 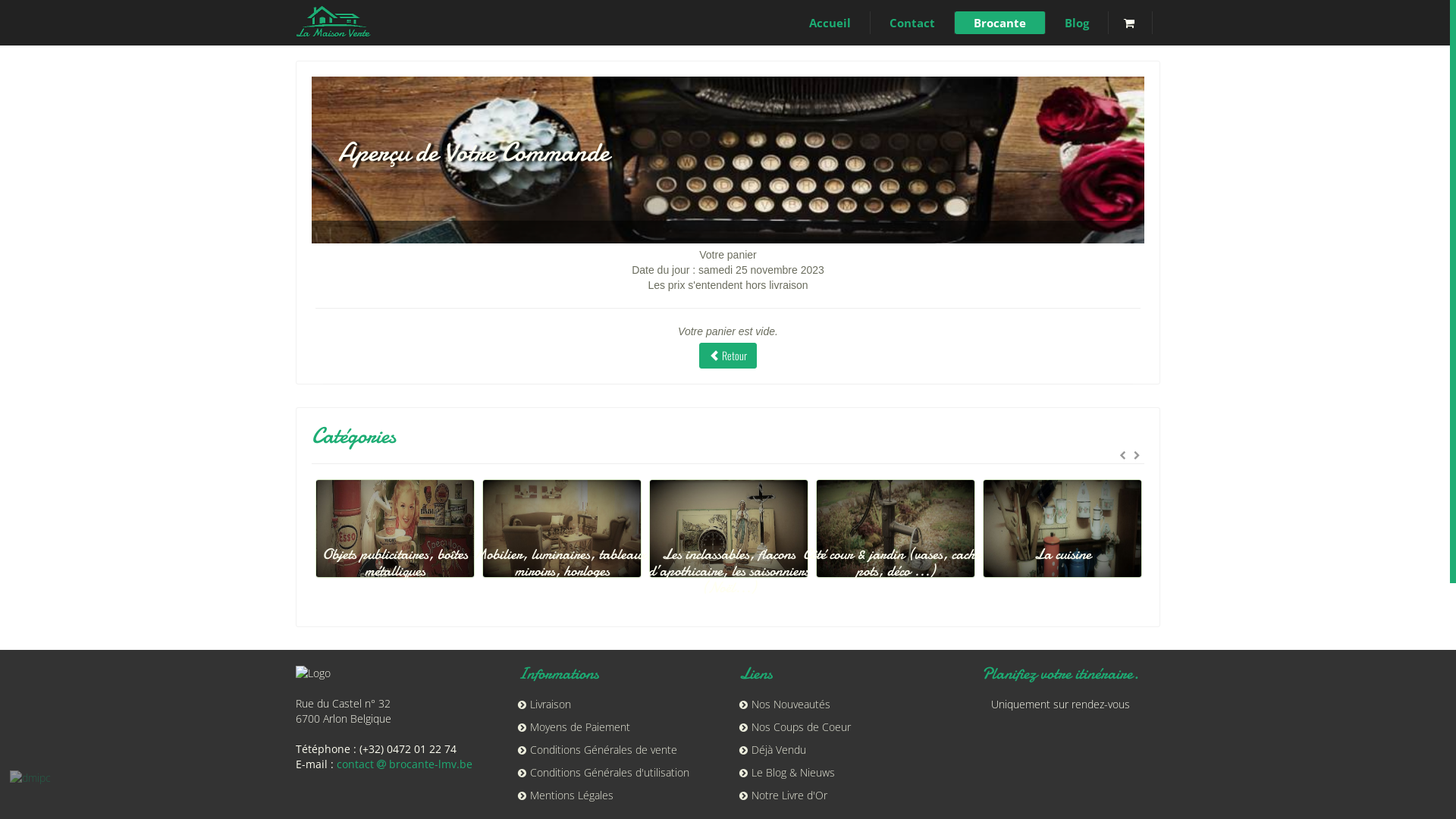 What do you see at coordinates (829, 23) in the screenshot?
I see `'Accueil'` at bounding box center [829, 23].